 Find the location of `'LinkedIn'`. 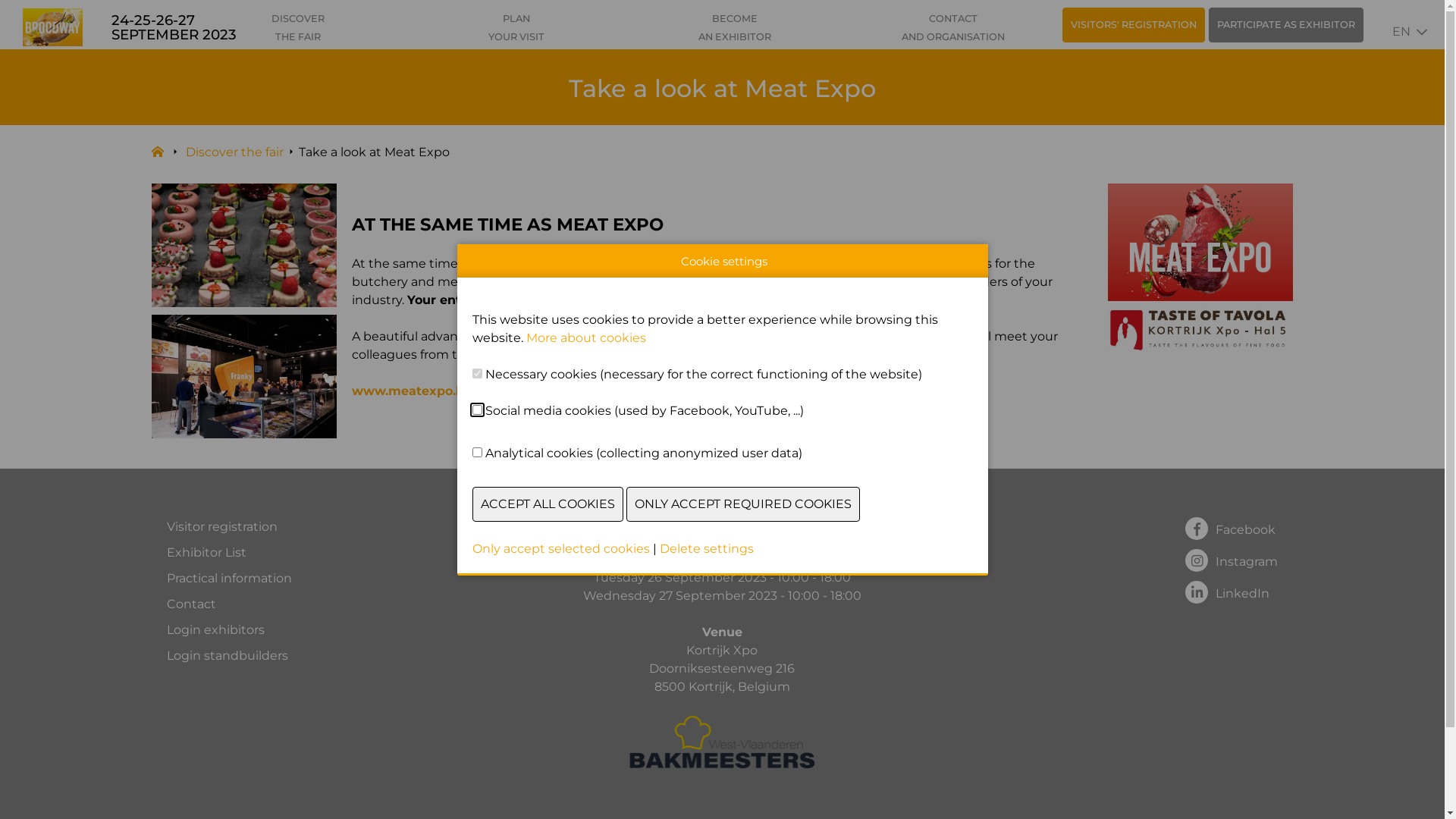

'LinkedIn' is located at coordinates (1231, 590).